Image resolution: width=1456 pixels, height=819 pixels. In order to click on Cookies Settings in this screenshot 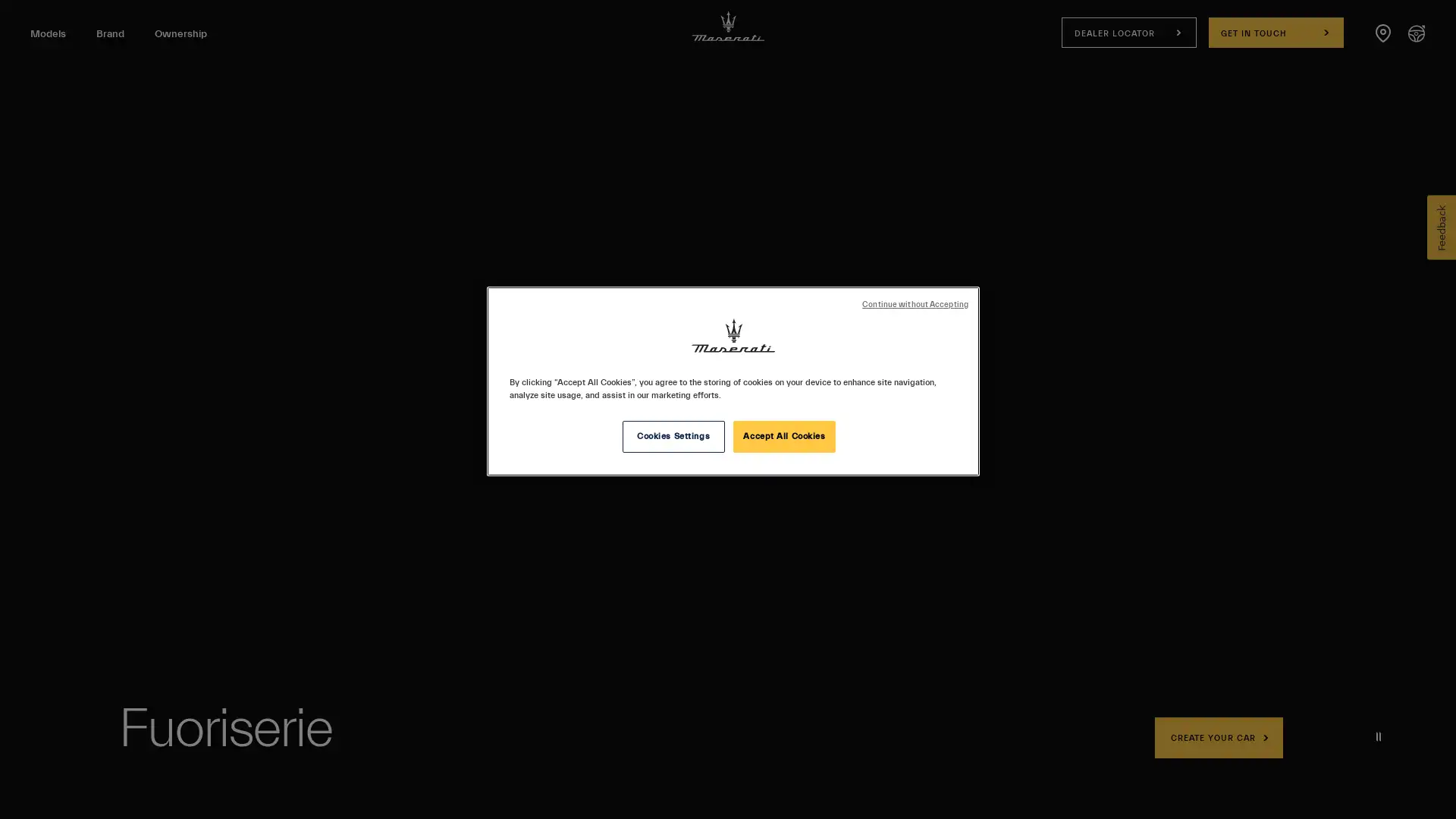, I will do `click(672, 436)`.